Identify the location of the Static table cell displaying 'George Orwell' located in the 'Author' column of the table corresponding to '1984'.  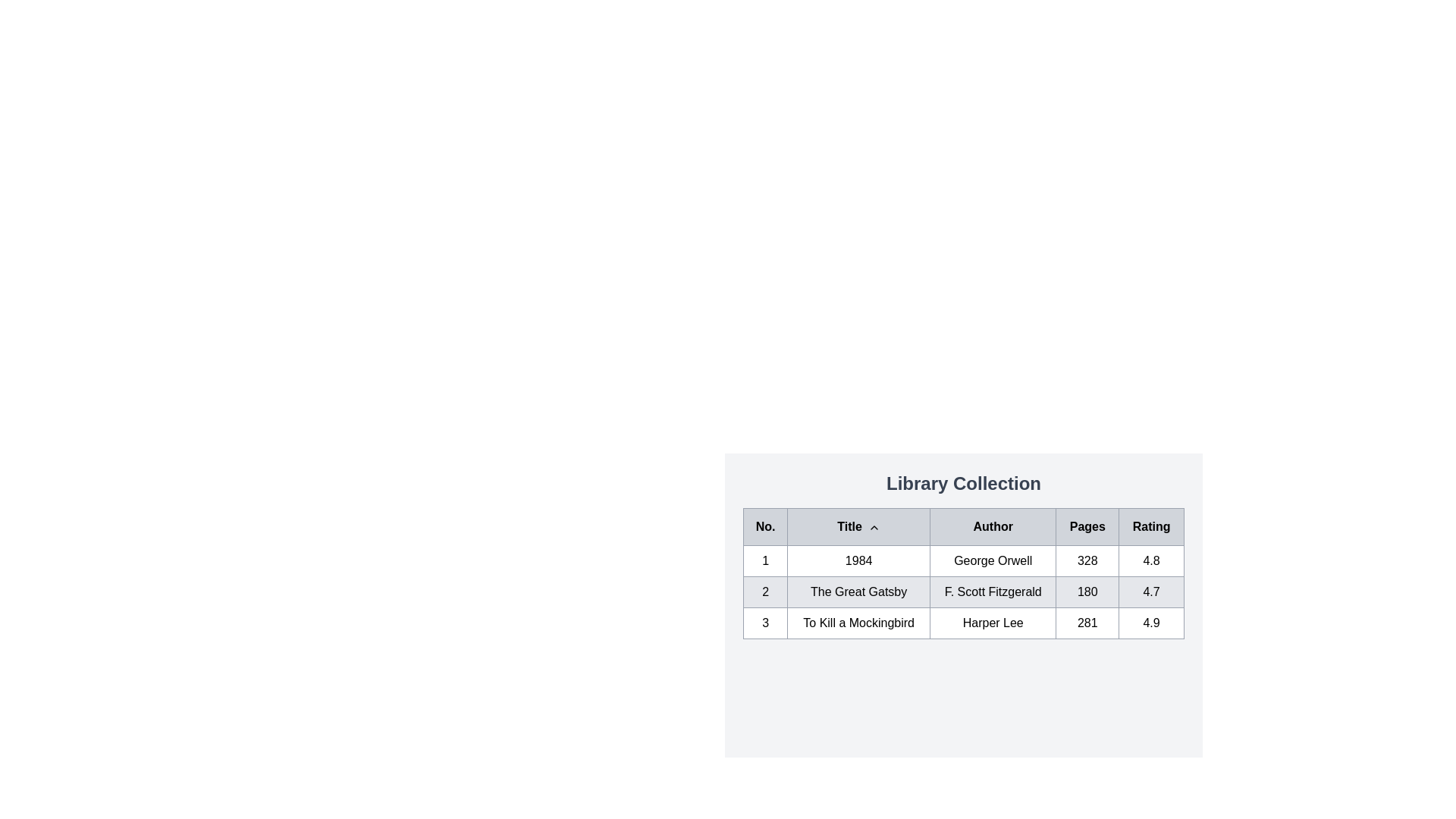
(993, 561).